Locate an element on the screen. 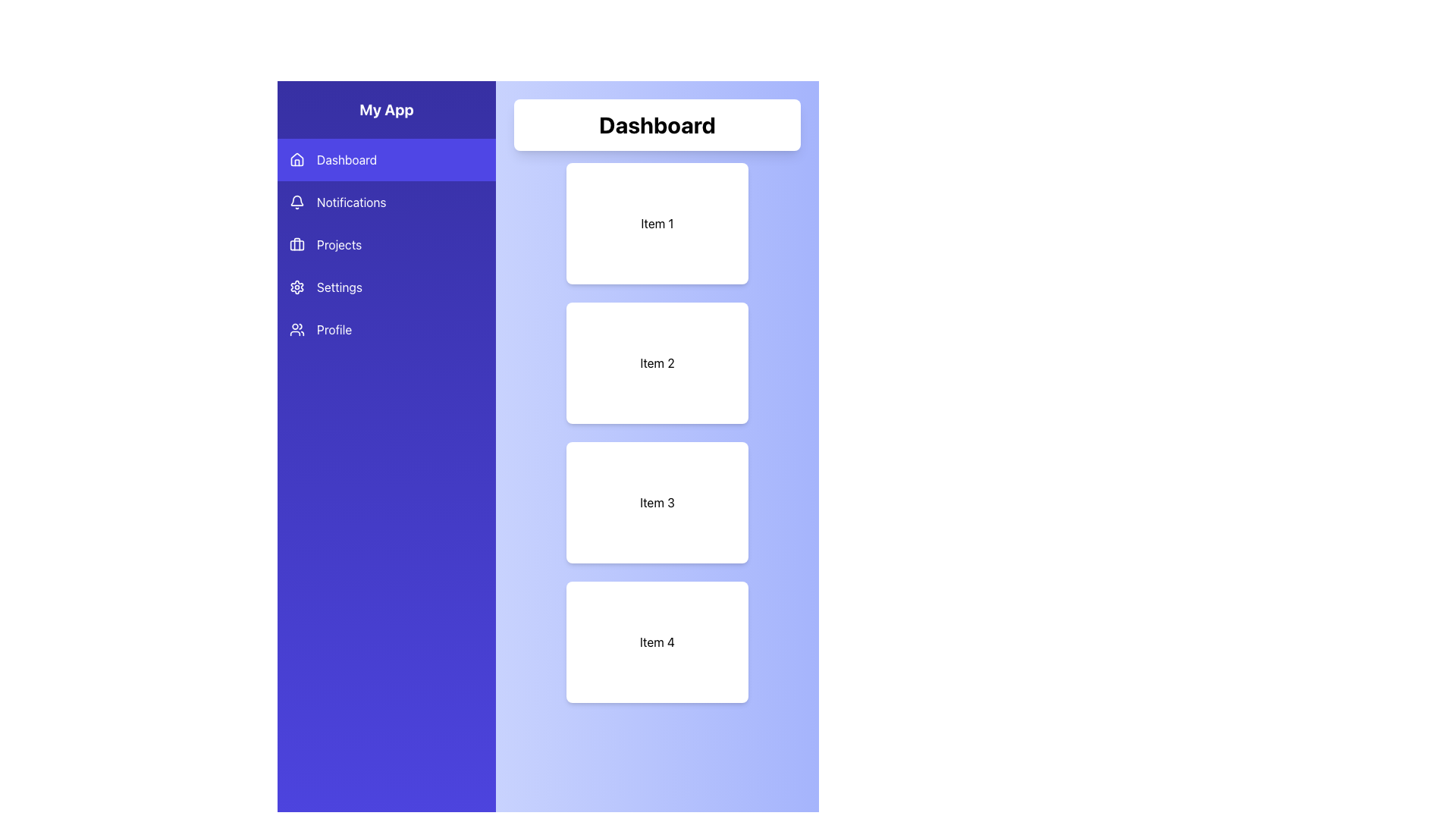 The image size is (1456, 819). the compact icon resembling a group of people located to the left of the 'Profile' label in the vertical navigation menu is located at coordinates (297, 329).